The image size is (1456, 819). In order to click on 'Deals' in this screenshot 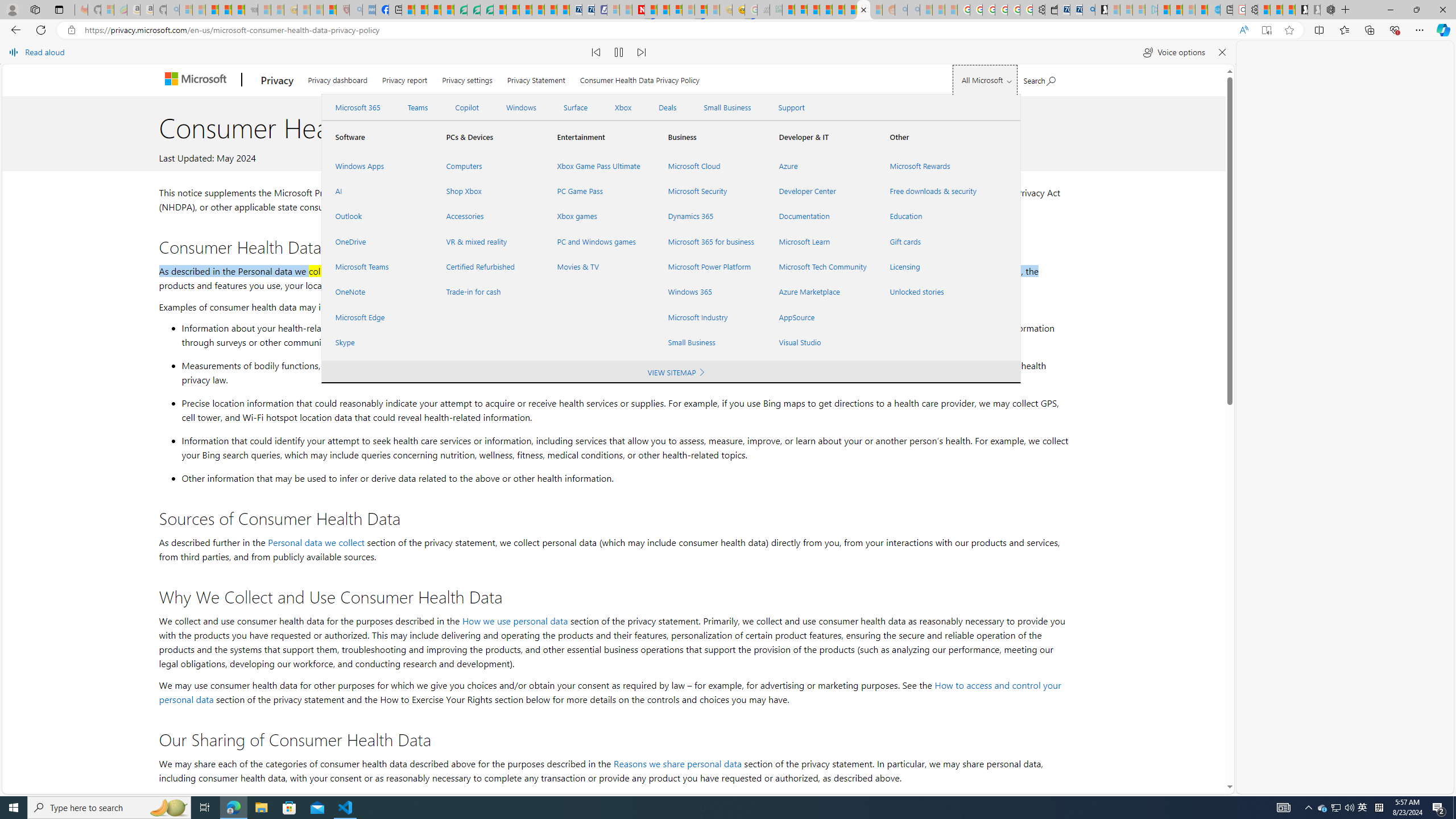, I will do `click(667, 107)`.